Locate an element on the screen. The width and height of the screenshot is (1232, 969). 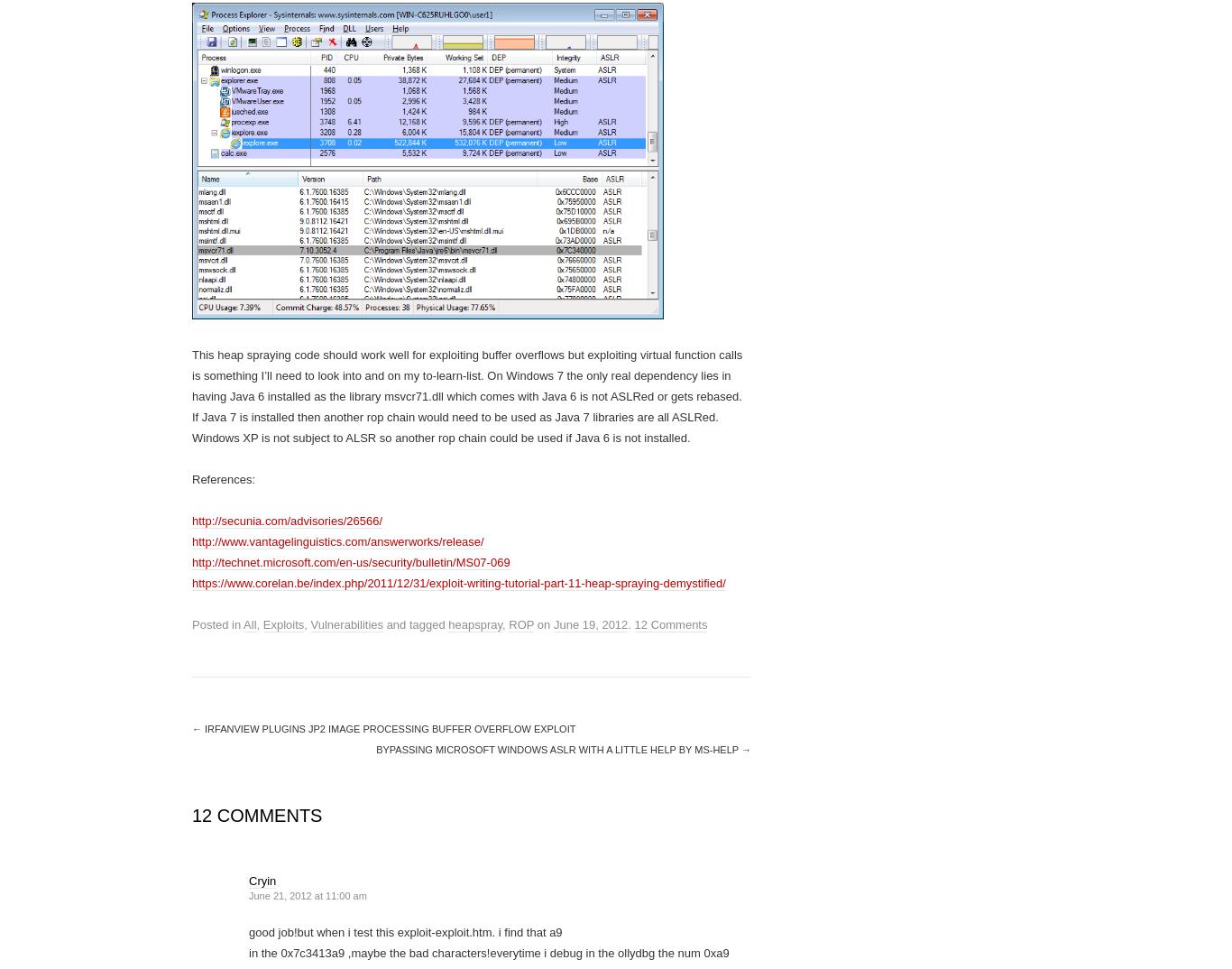
'http://secunia.com/advisories/26566/' is located at coordinates (287, 520).